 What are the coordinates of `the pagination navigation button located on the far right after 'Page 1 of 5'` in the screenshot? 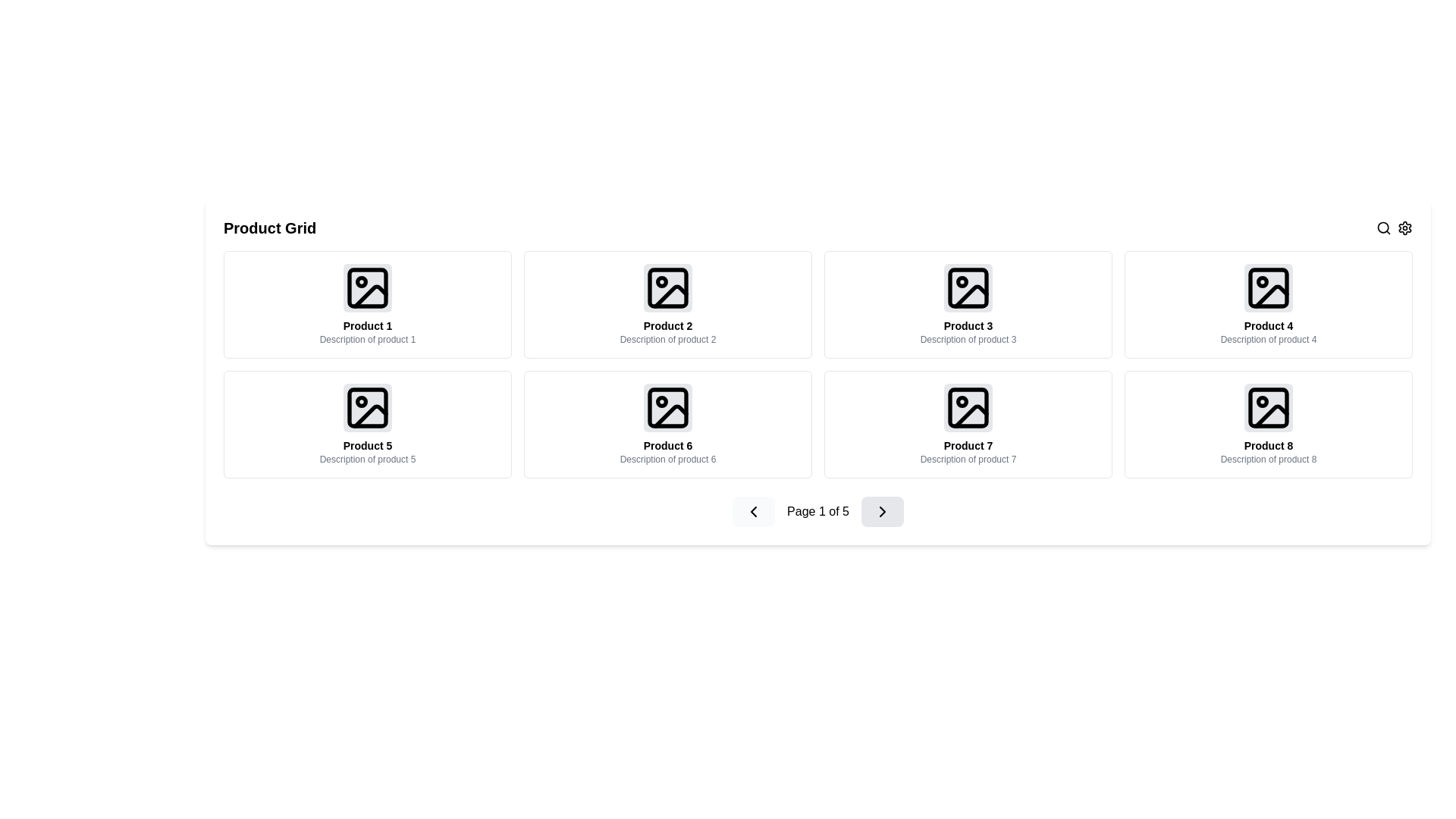 It's located at (882, 512).